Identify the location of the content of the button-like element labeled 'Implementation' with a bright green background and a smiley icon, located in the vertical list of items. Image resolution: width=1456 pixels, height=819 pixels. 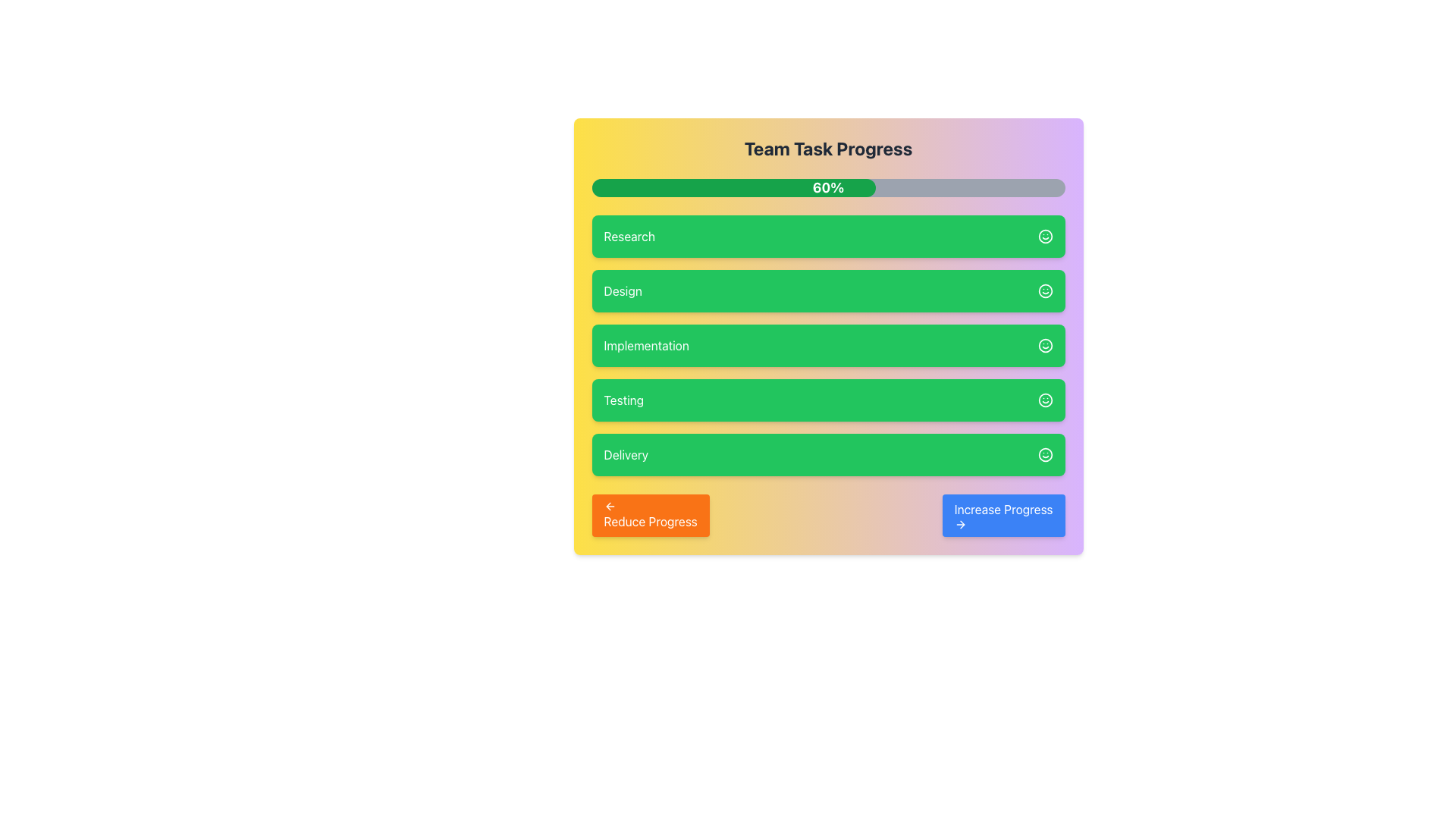
(827, 345).